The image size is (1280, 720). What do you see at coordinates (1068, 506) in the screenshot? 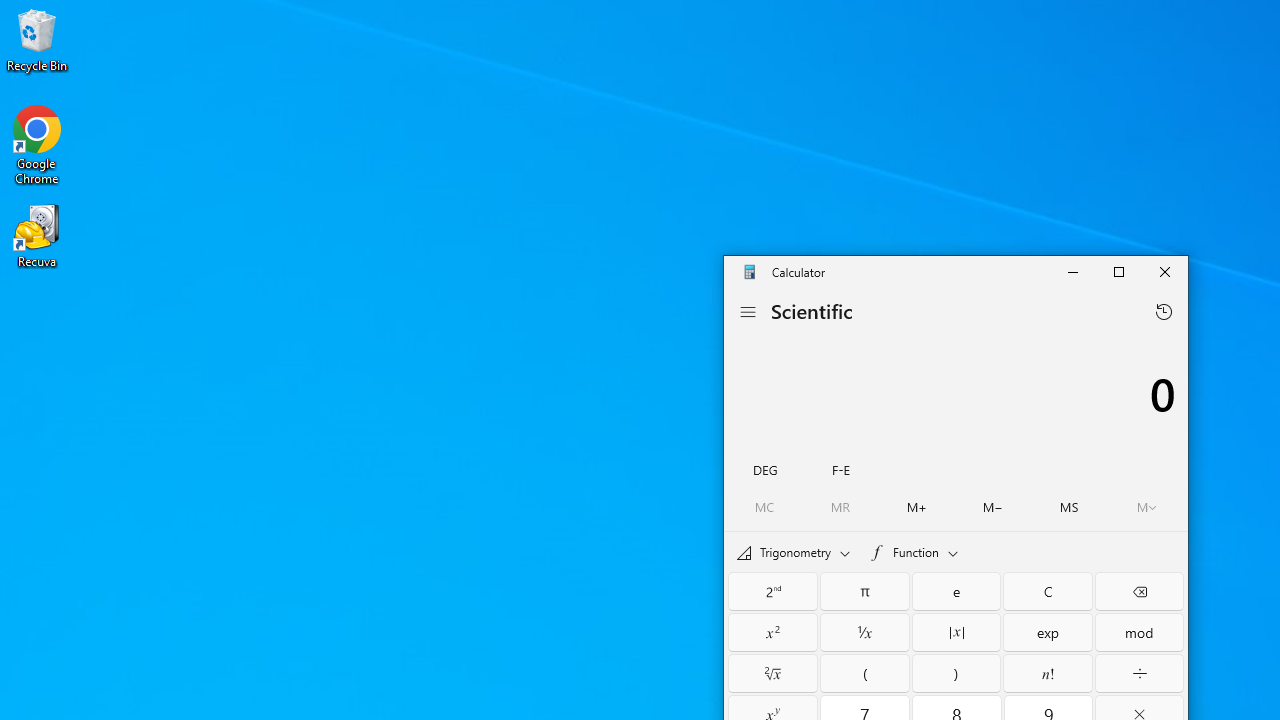
I see `'Memory store'` at bounding box center [1068, 506].